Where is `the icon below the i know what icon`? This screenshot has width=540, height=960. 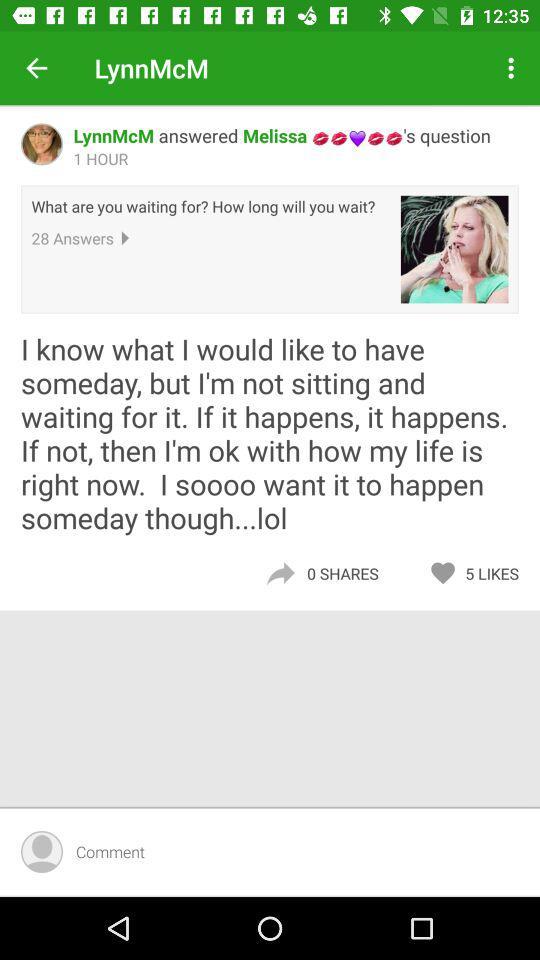 the icon below the i know what icon is located at coordinates (496, 573).